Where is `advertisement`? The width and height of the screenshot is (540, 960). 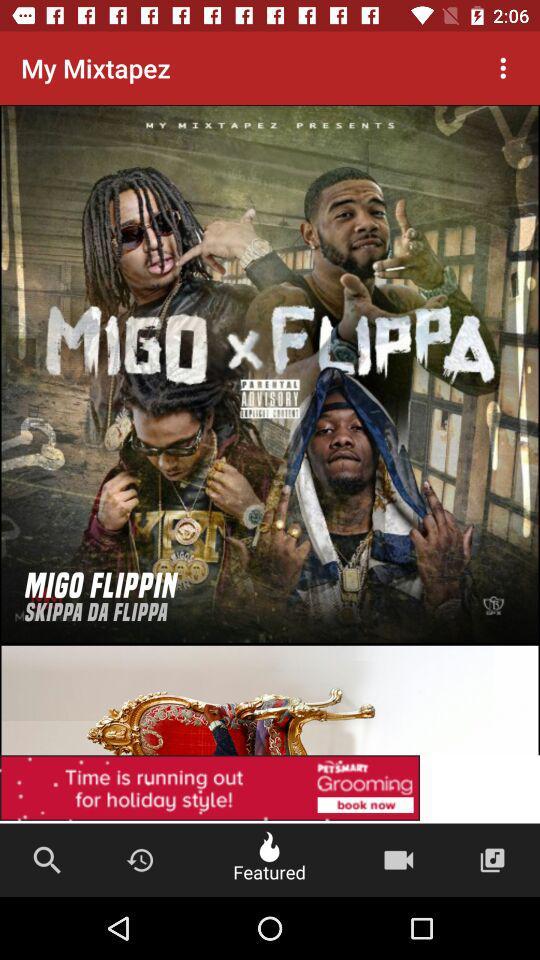 advertisement is located at coordinates (270, 789).